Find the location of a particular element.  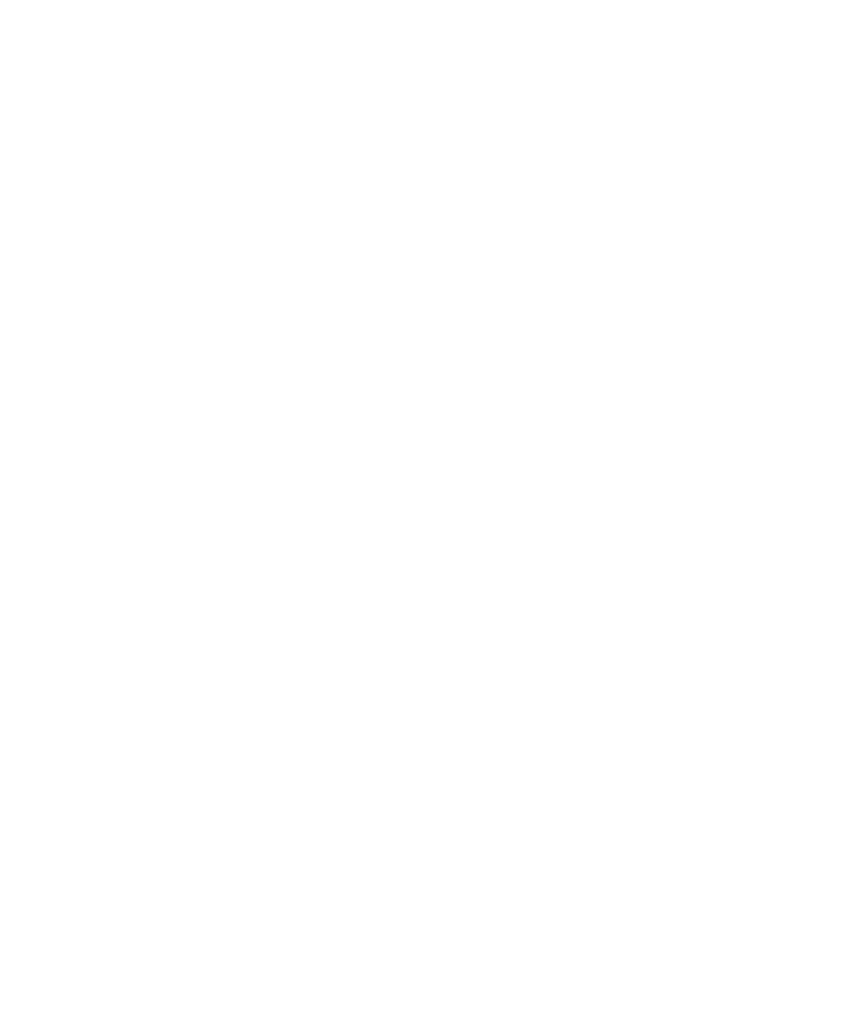

'About' is located at coordinates (32, 742).